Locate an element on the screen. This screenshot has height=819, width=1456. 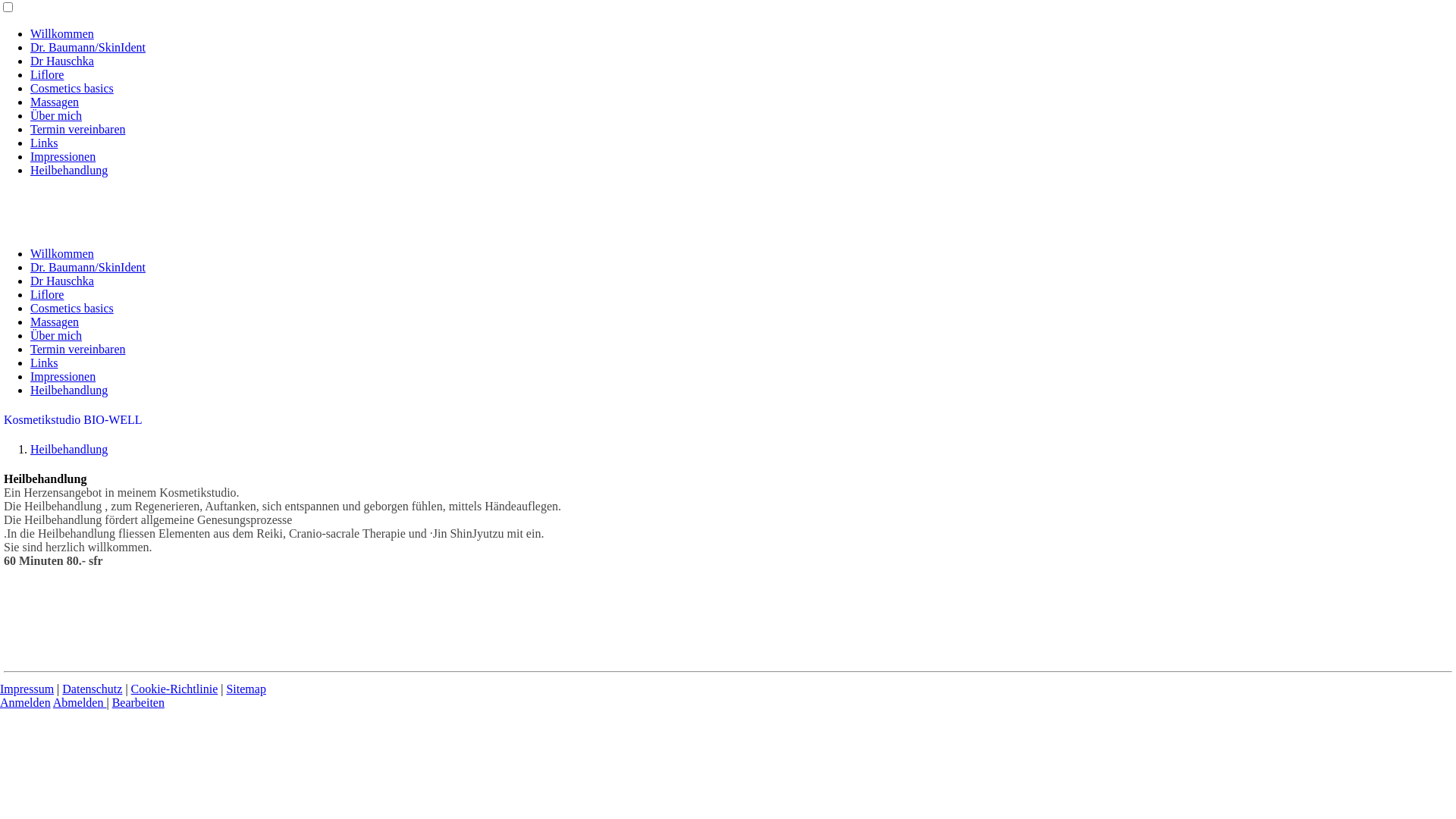
'Dr Hauschka' is located at coordinates (61, 281).